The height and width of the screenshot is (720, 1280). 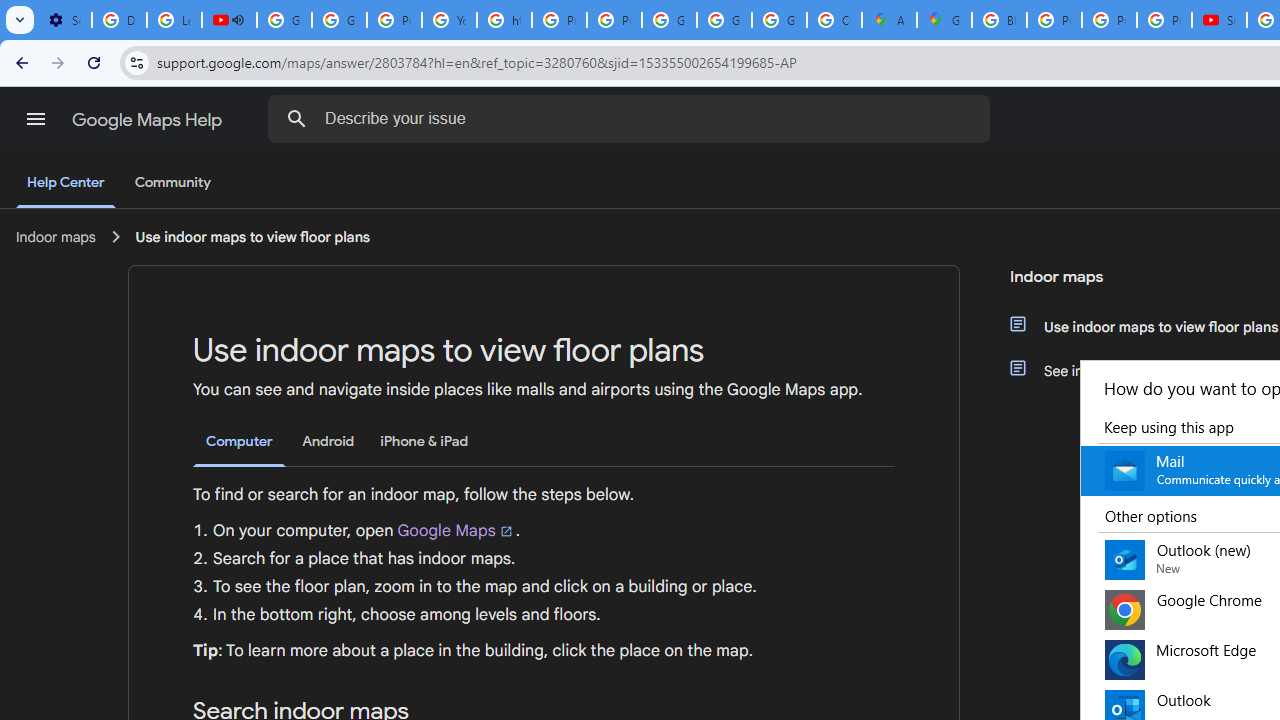 I want to click on 'Delete photos & videos - Computer - Google Photos Help', so click(x=118, y=20).